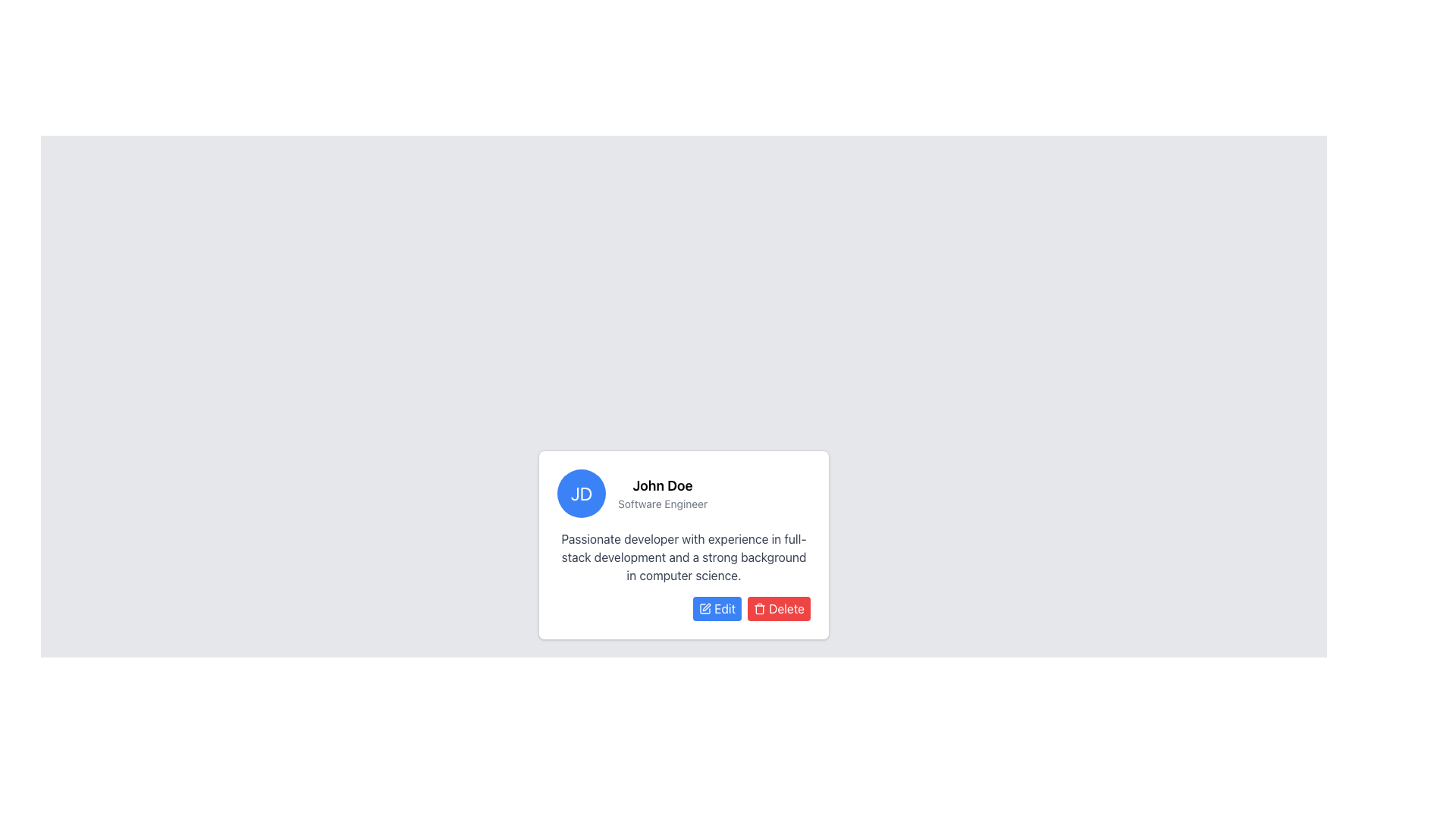 Image resolution: width=1456 pixels, height=819 pixels. What do you see at coordinates (683, 607) in the screenshot?
I see `the 'Edit' button located at the bottom-right section of John's profile card to initiate editing` at bounding box center [683, 607].